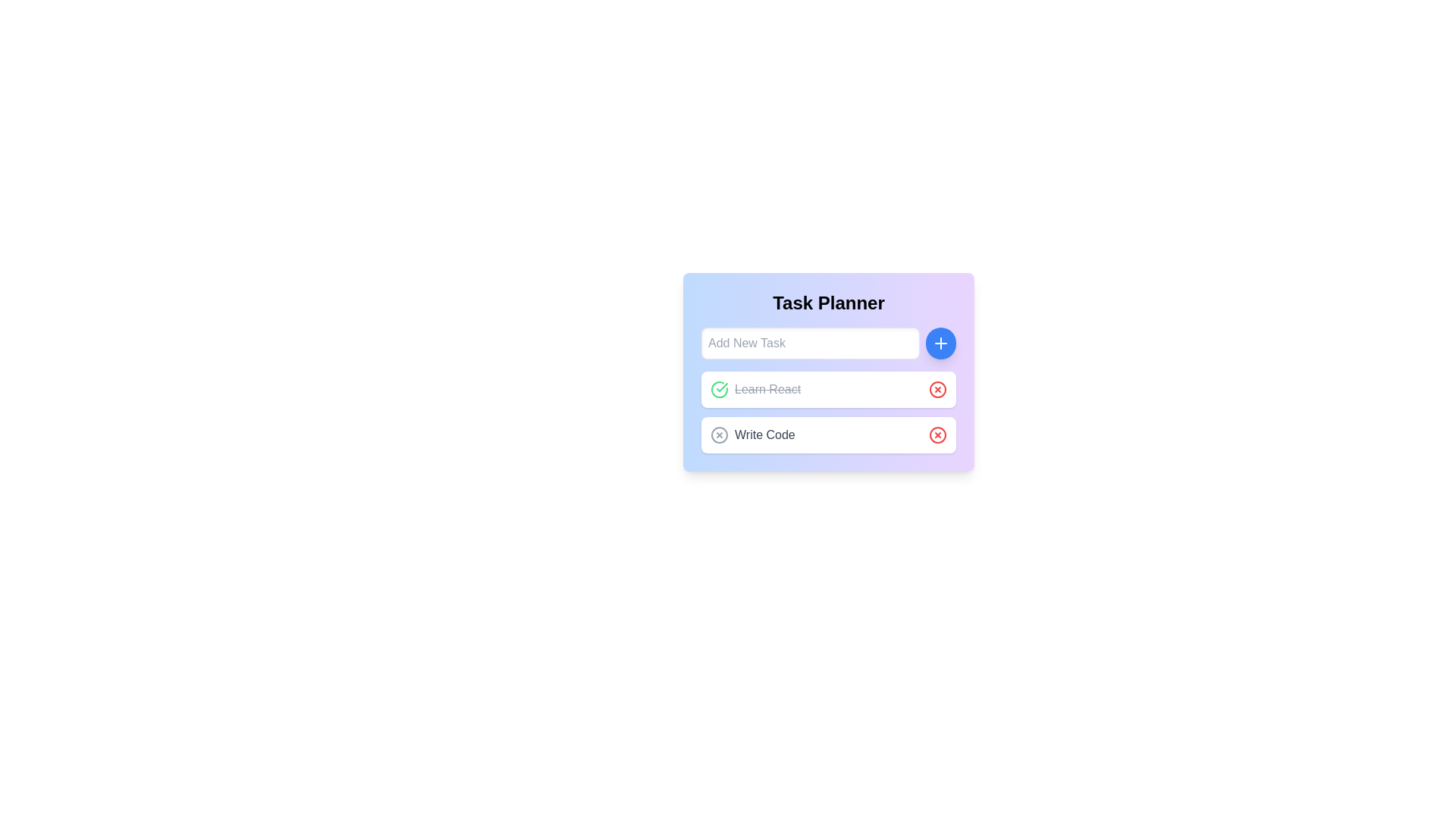 Image resolution: width=1456 pixels, height=819 pixels. Describe the element at coordinates (937, 435) in the screenshot. I see `the delete button located on the far right side of the bottom row of tasks in the panel, adjacent to the text 'Write Code'` at that location.